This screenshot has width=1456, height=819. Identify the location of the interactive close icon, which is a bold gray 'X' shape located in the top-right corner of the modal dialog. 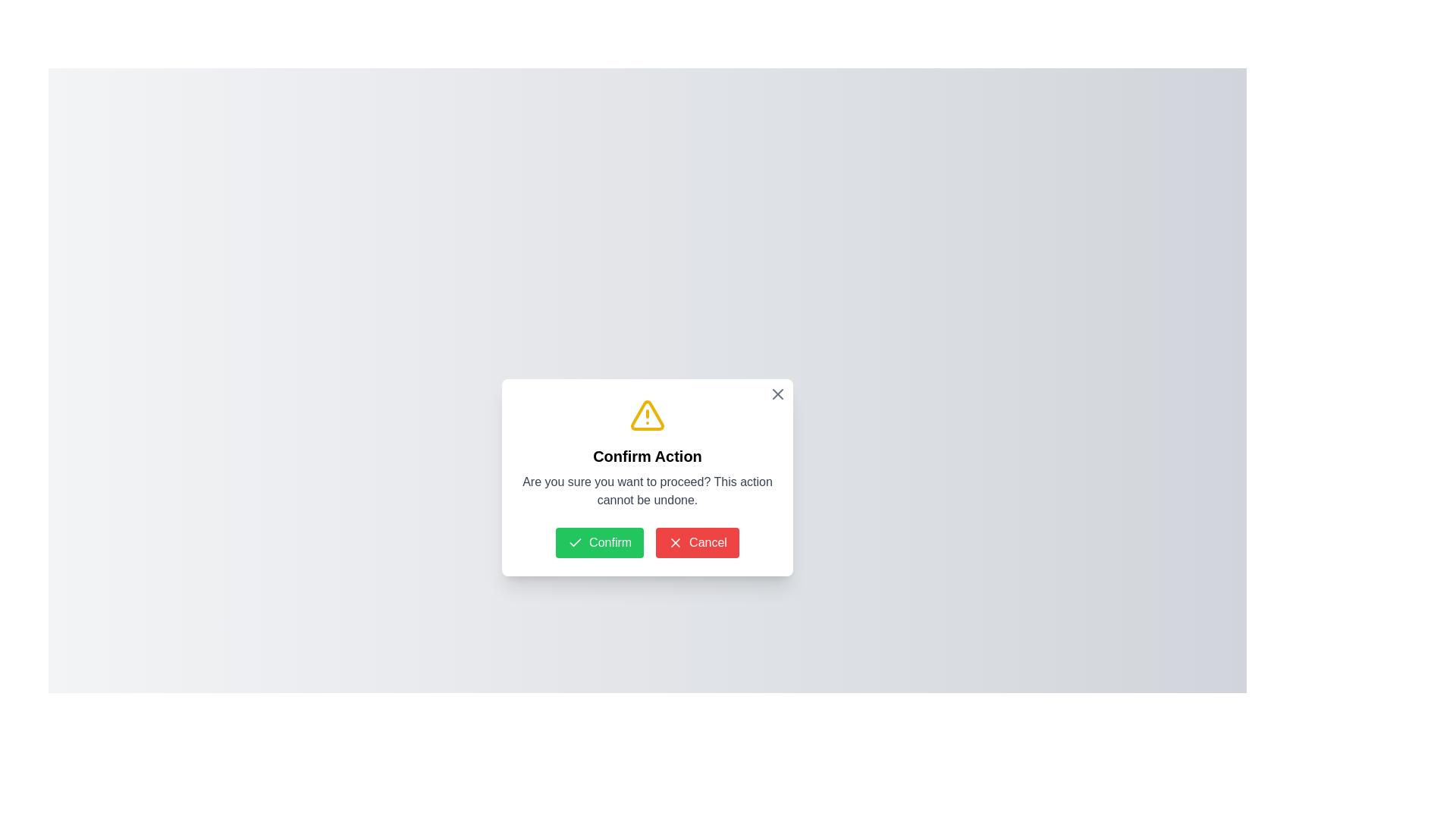
(778, 394).